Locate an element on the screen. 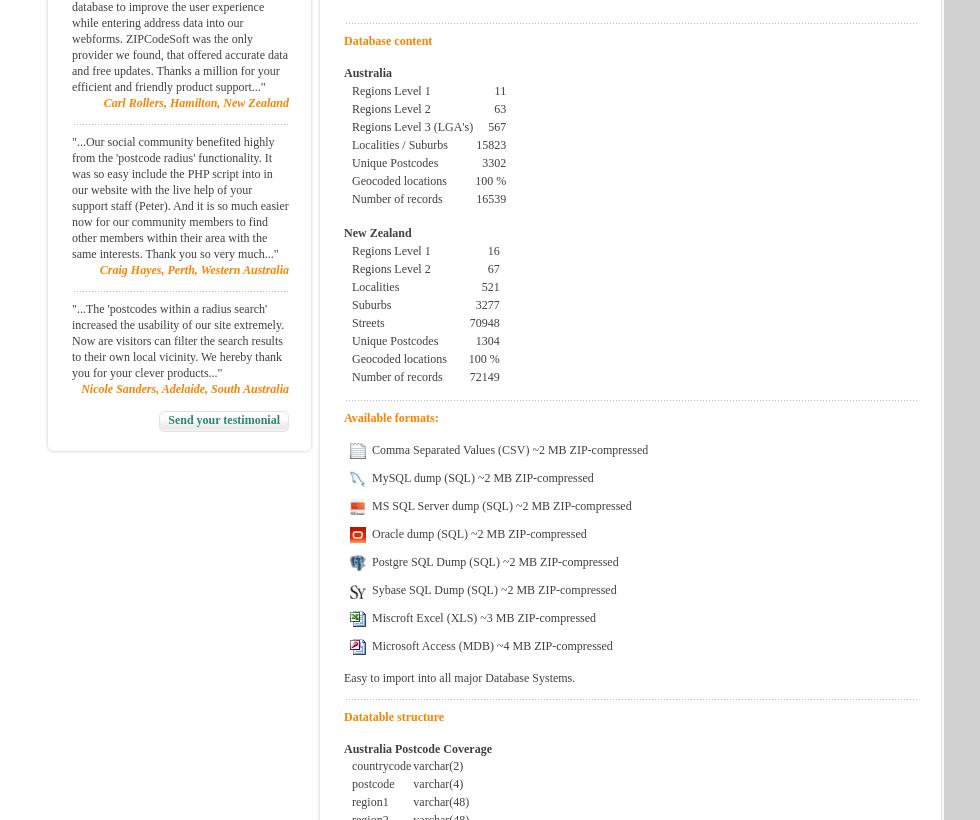  'Streets' is located at coordinates (346, 321).